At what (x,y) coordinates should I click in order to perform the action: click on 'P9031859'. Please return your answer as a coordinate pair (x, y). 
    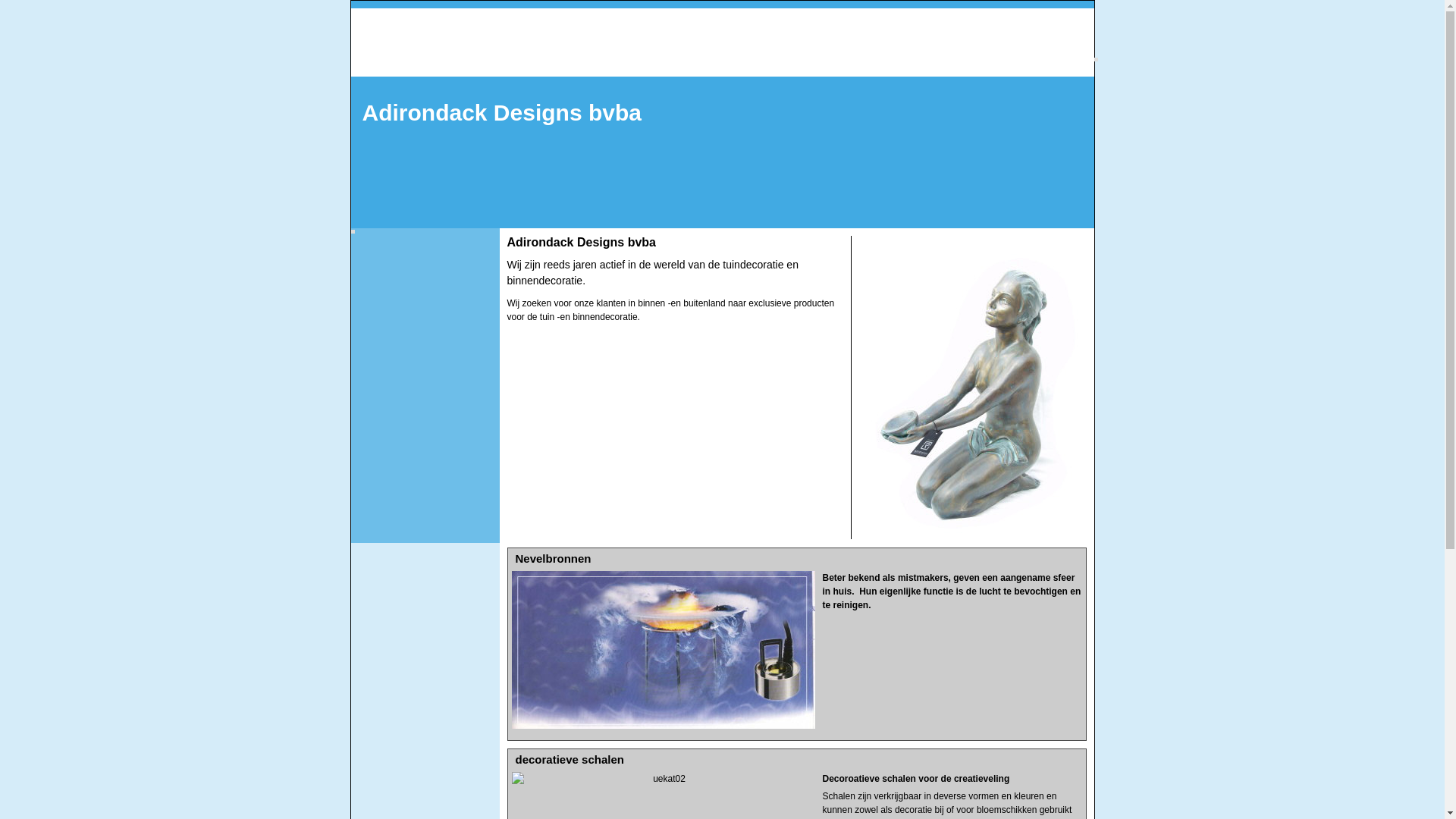
    Looking at the image, I should click on (971, 386).